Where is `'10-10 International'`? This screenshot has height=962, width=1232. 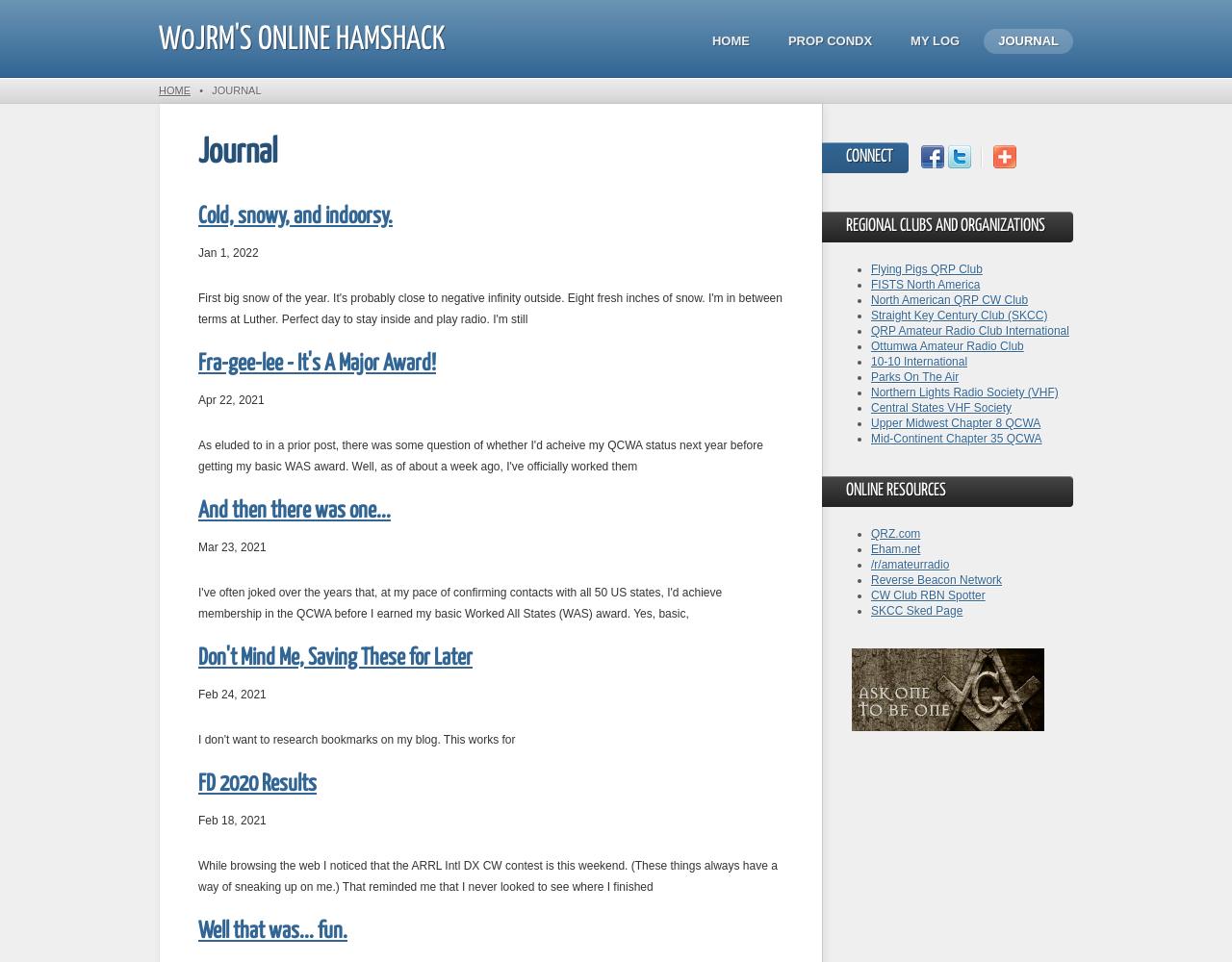 '10-10 International' is located at coordinates (918, 362).